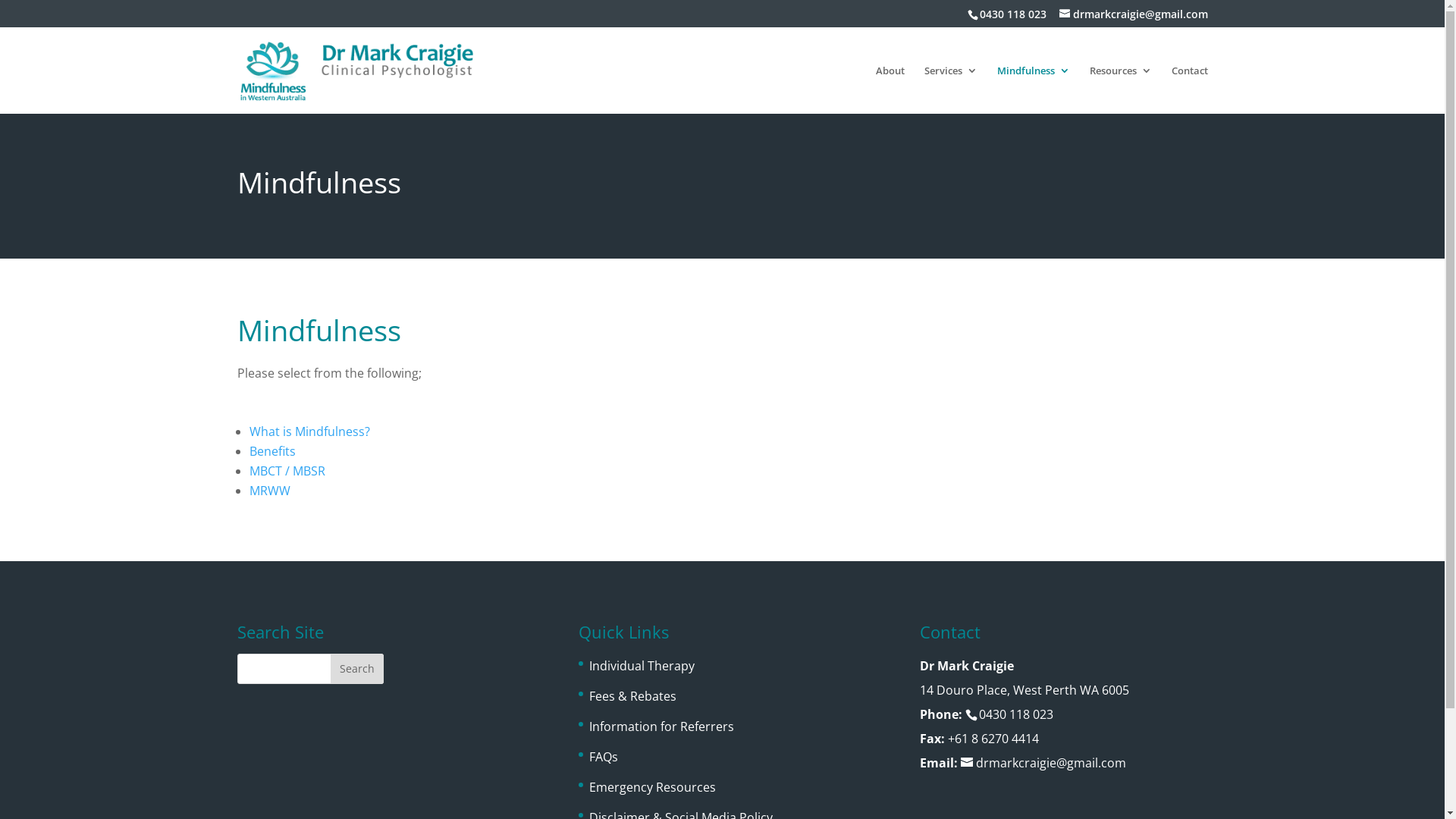 The width and height of the screenshot is (1456, 819). Describe the element at coordinates (1120, 89) in the screenshot. I see `'Resources'` at that location.